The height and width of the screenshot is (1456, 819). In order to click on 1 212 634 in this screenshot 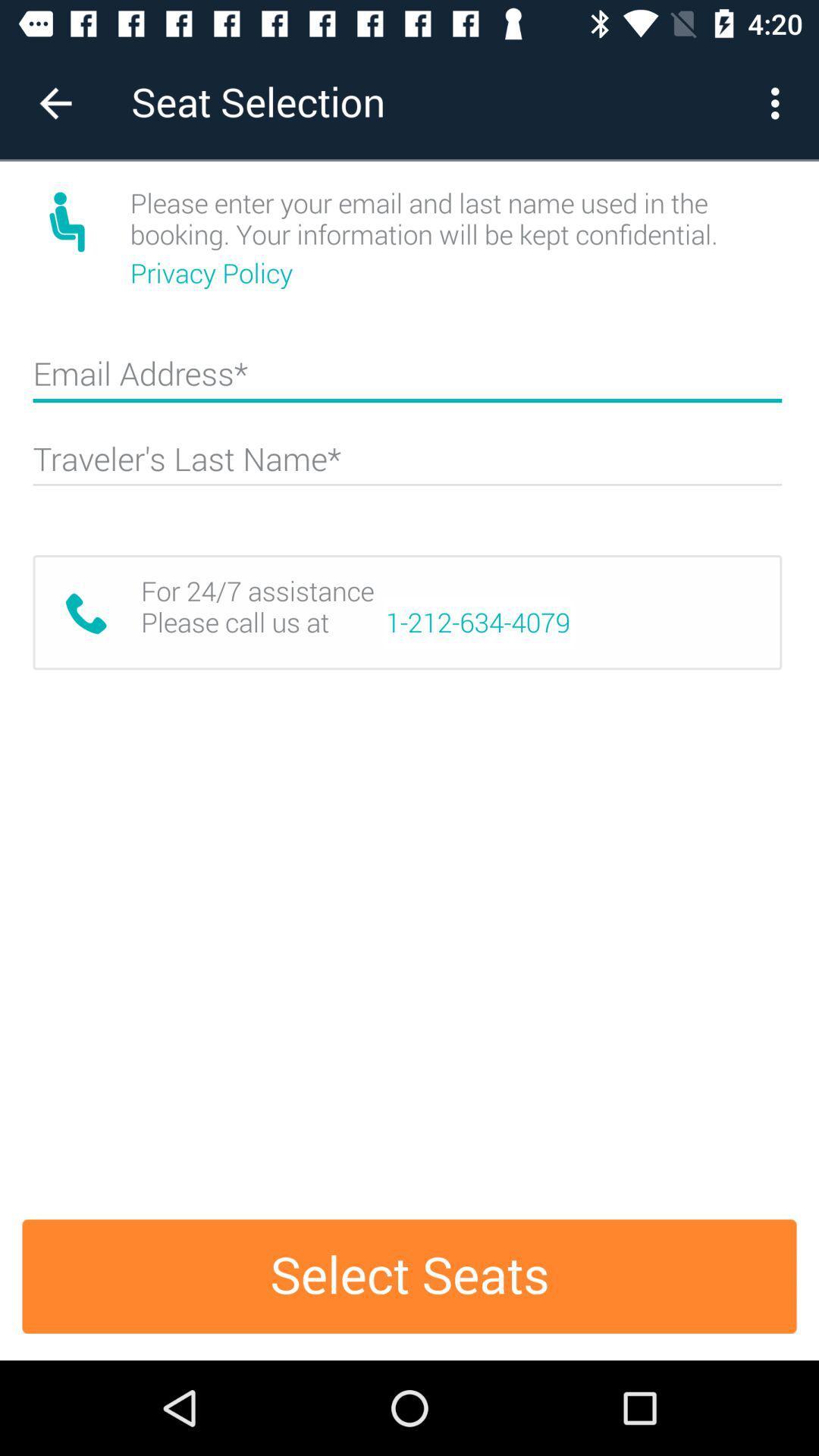, I will do `click(478, 623)`.